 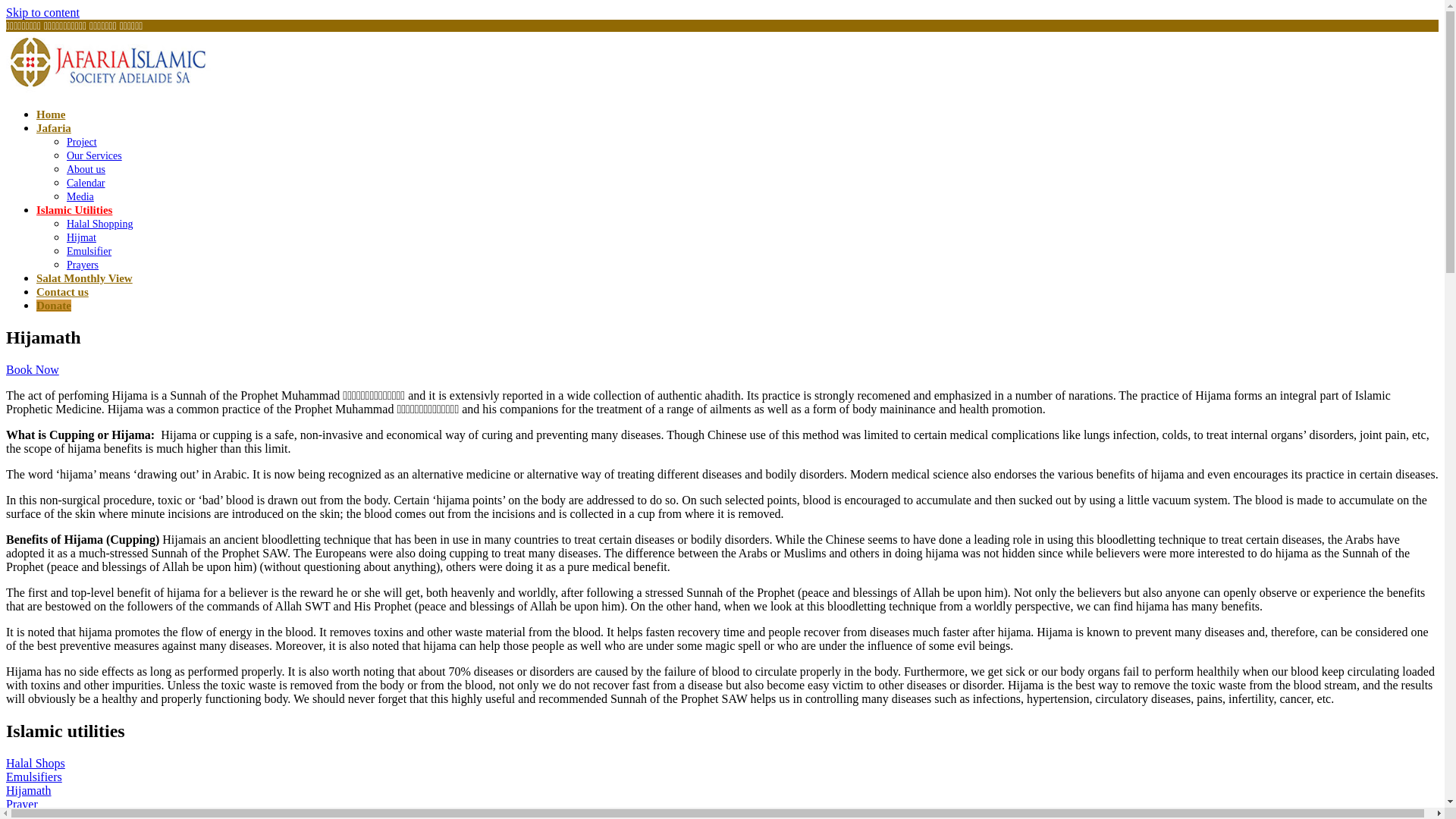 I want to click on 'Skip to content', so click(x=42, y=12).